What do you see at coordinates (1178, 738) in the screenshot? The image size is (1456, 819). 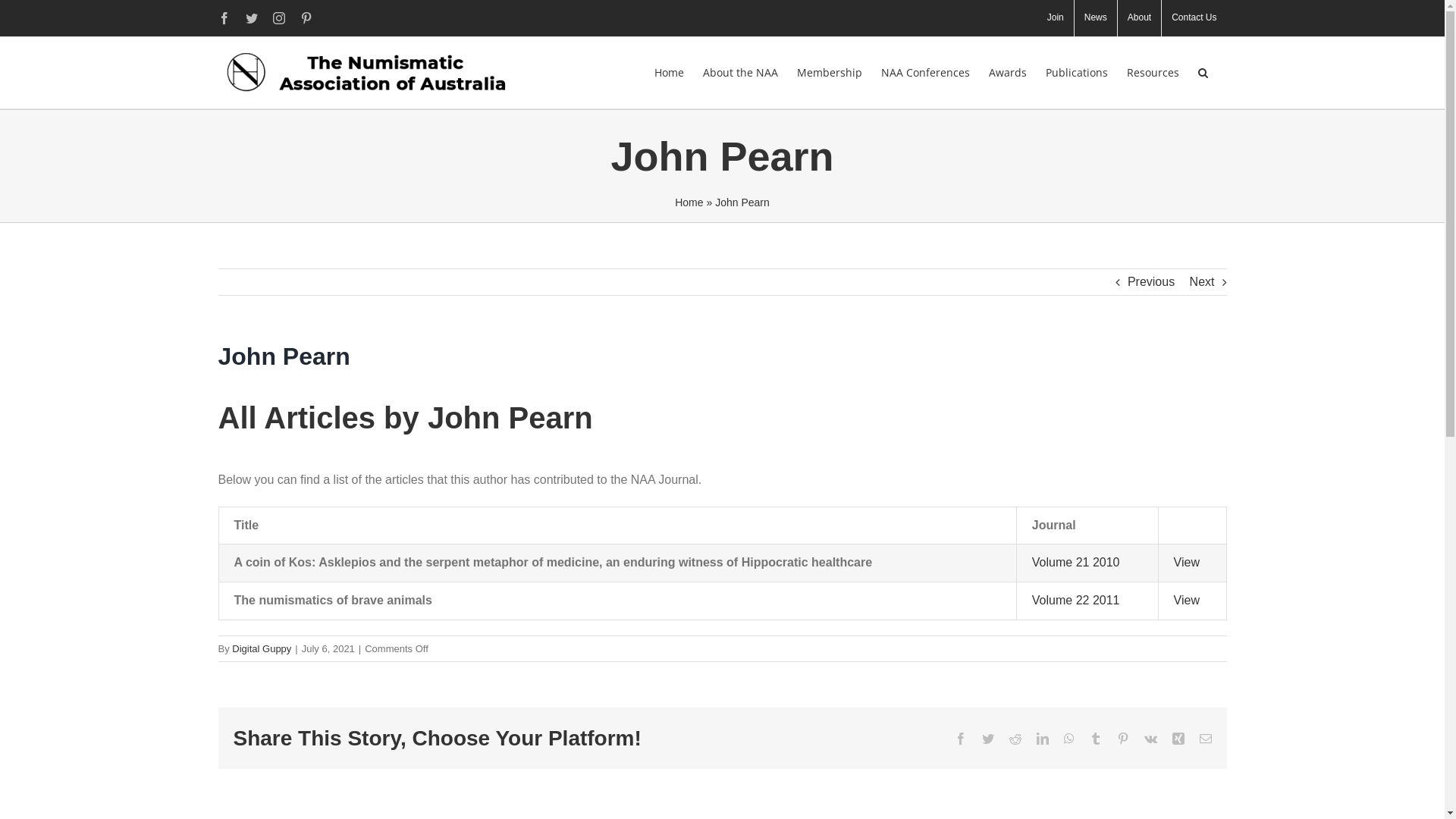 I see `'Xing'` at bounding box center [1178, 738].